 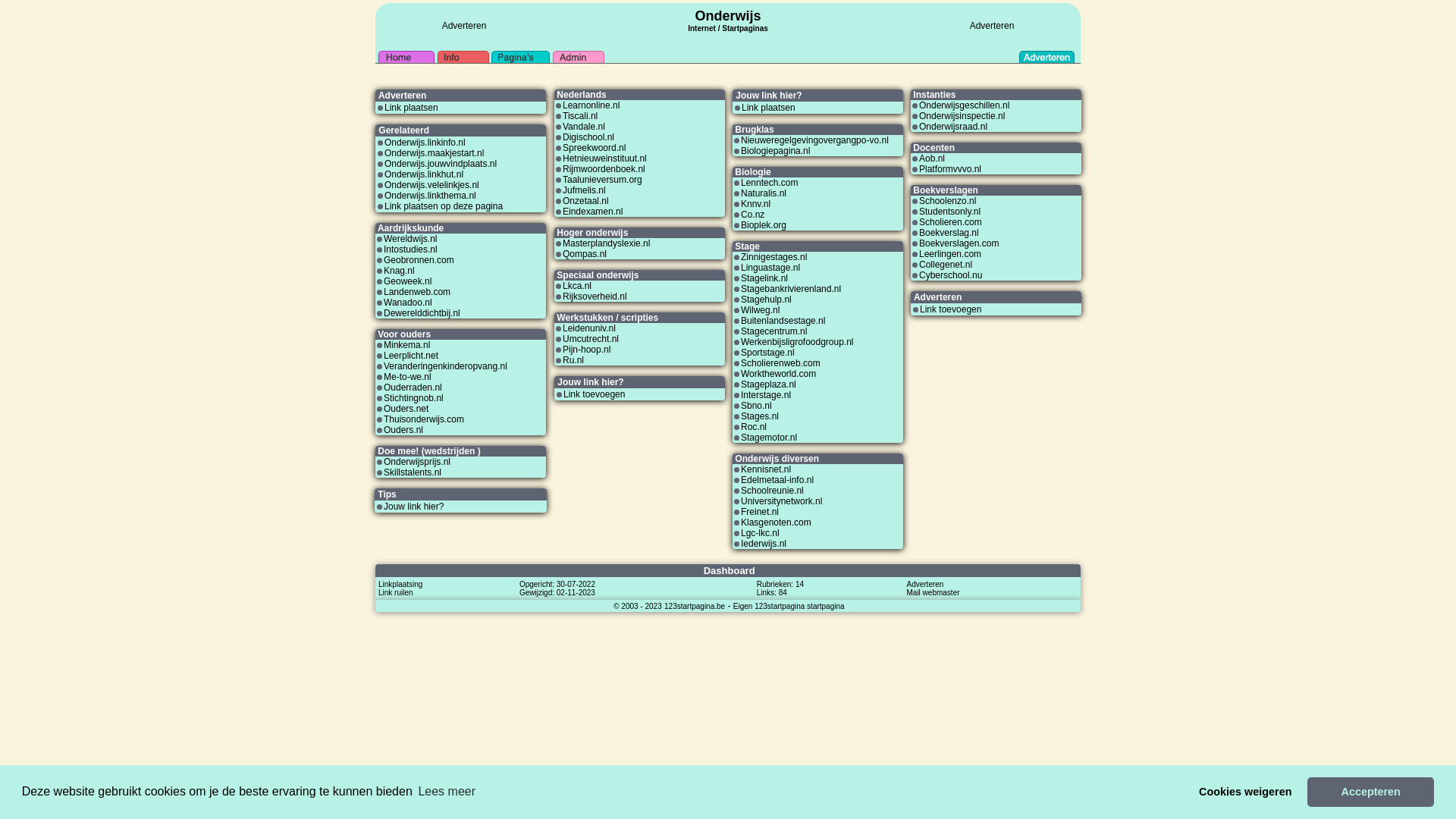 I want to click on 'Ru.nl', so click(x=562, y=359).